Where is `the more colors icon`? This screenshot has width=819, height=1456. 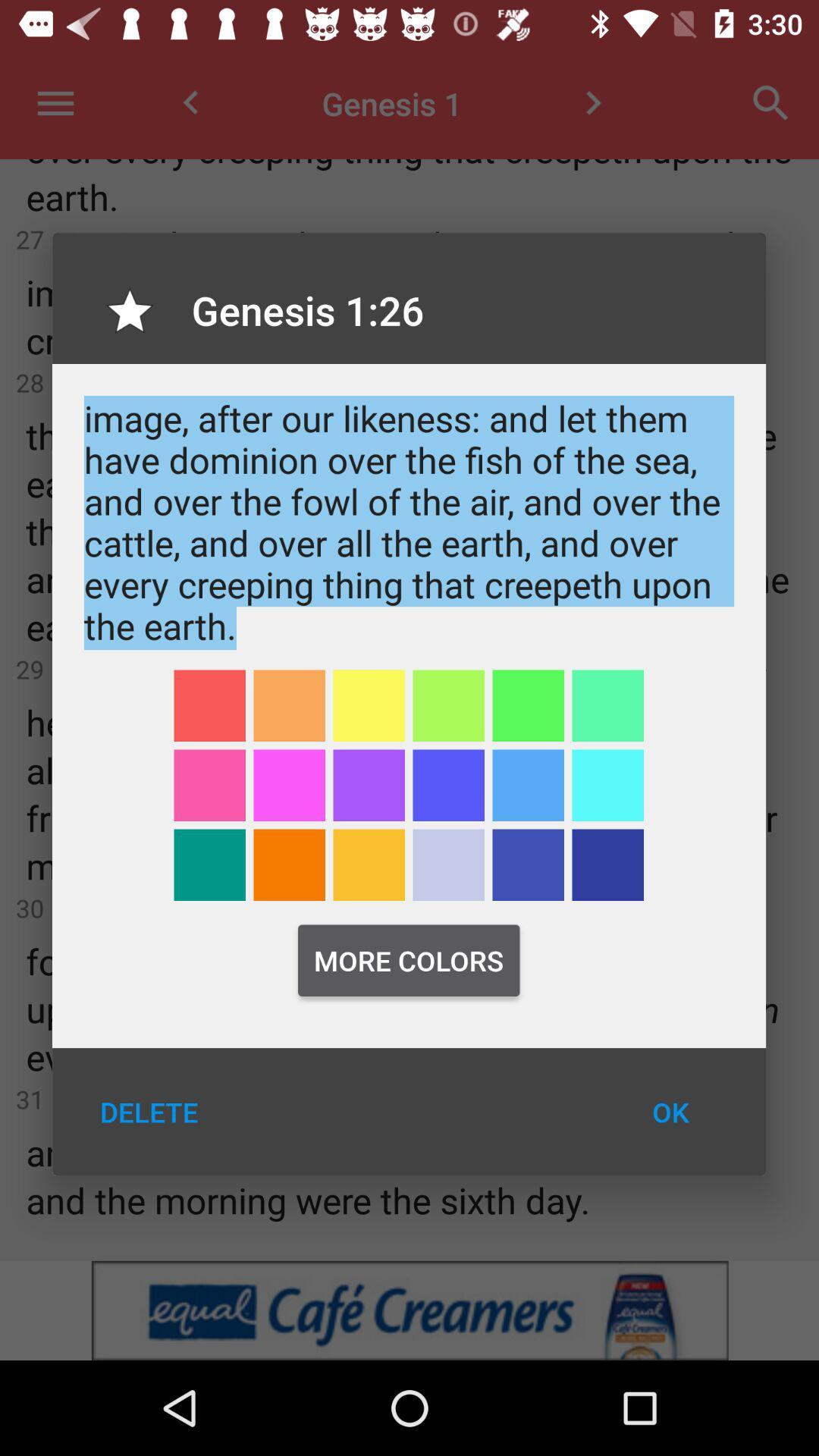
the more colors icon is located at coordinates (408, 959).